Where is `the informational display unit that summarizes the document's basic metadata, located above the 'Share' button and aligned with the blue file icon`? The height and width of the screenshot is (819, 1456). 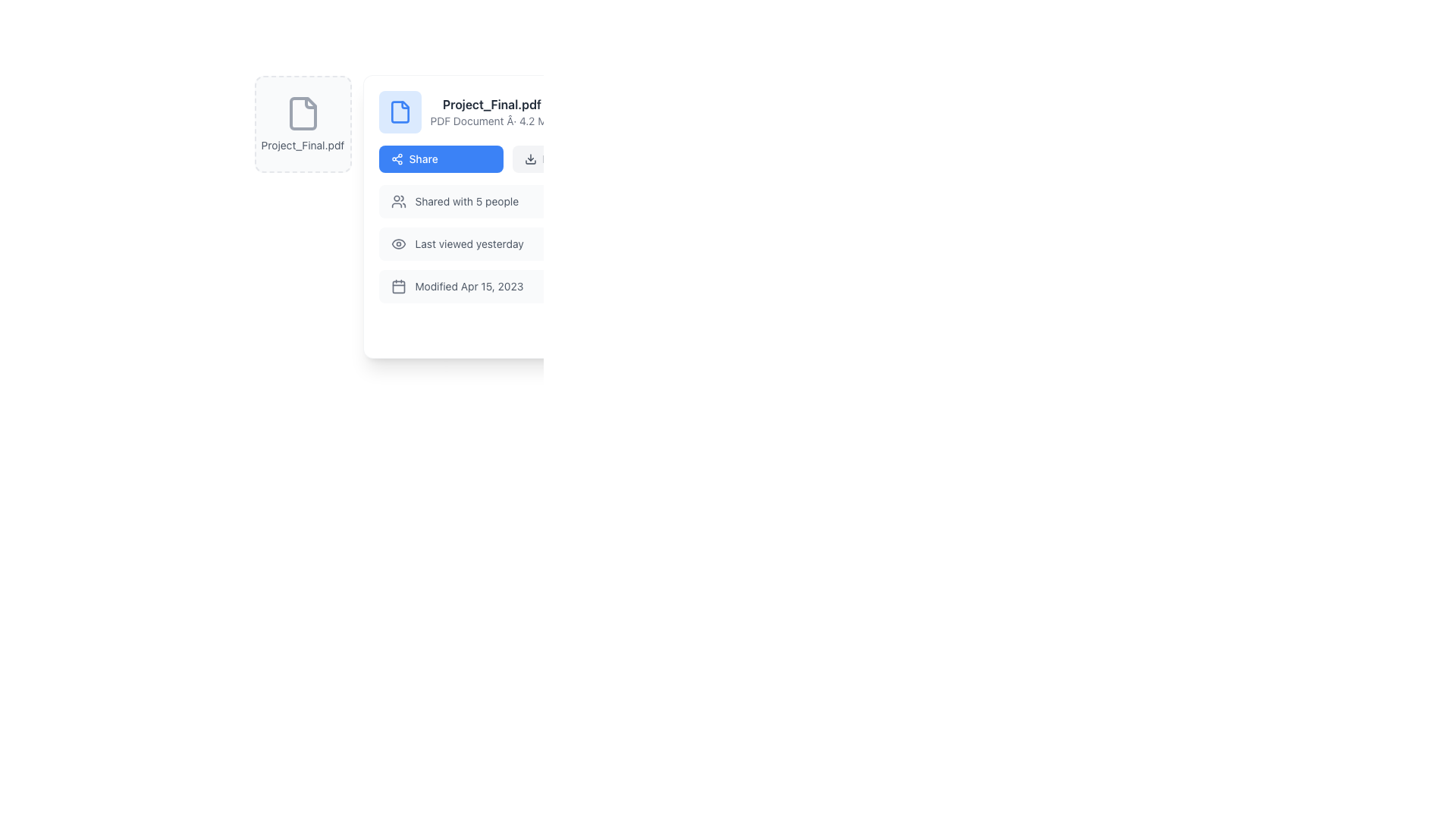 the informational display unit that summarizes the document's basic metadata, located above the 'Share' button and aligned with the blue file icon is located at coordinates (465, 111).